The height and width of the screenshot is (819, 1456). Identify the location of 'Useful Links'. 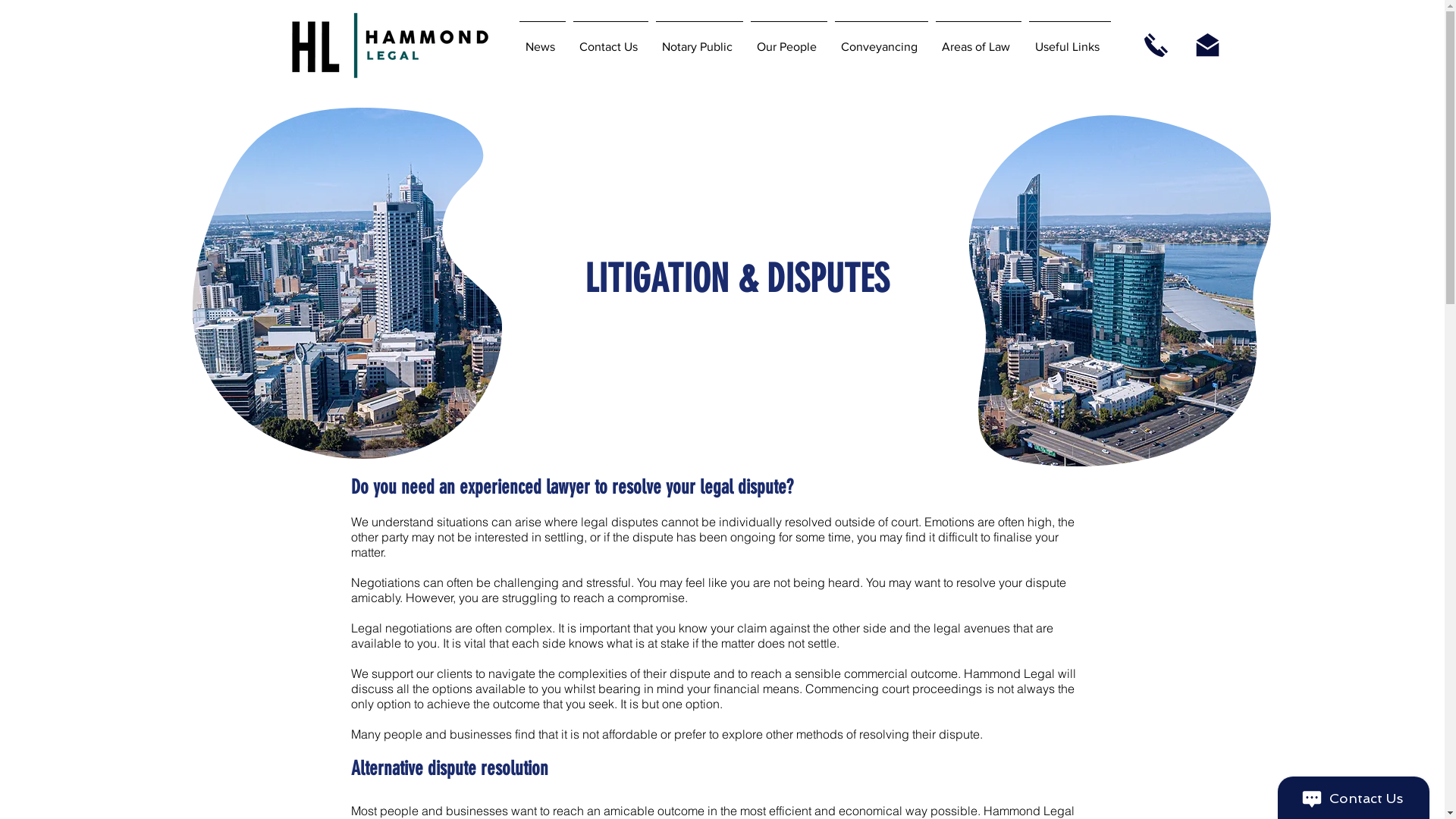
(1069, 39).